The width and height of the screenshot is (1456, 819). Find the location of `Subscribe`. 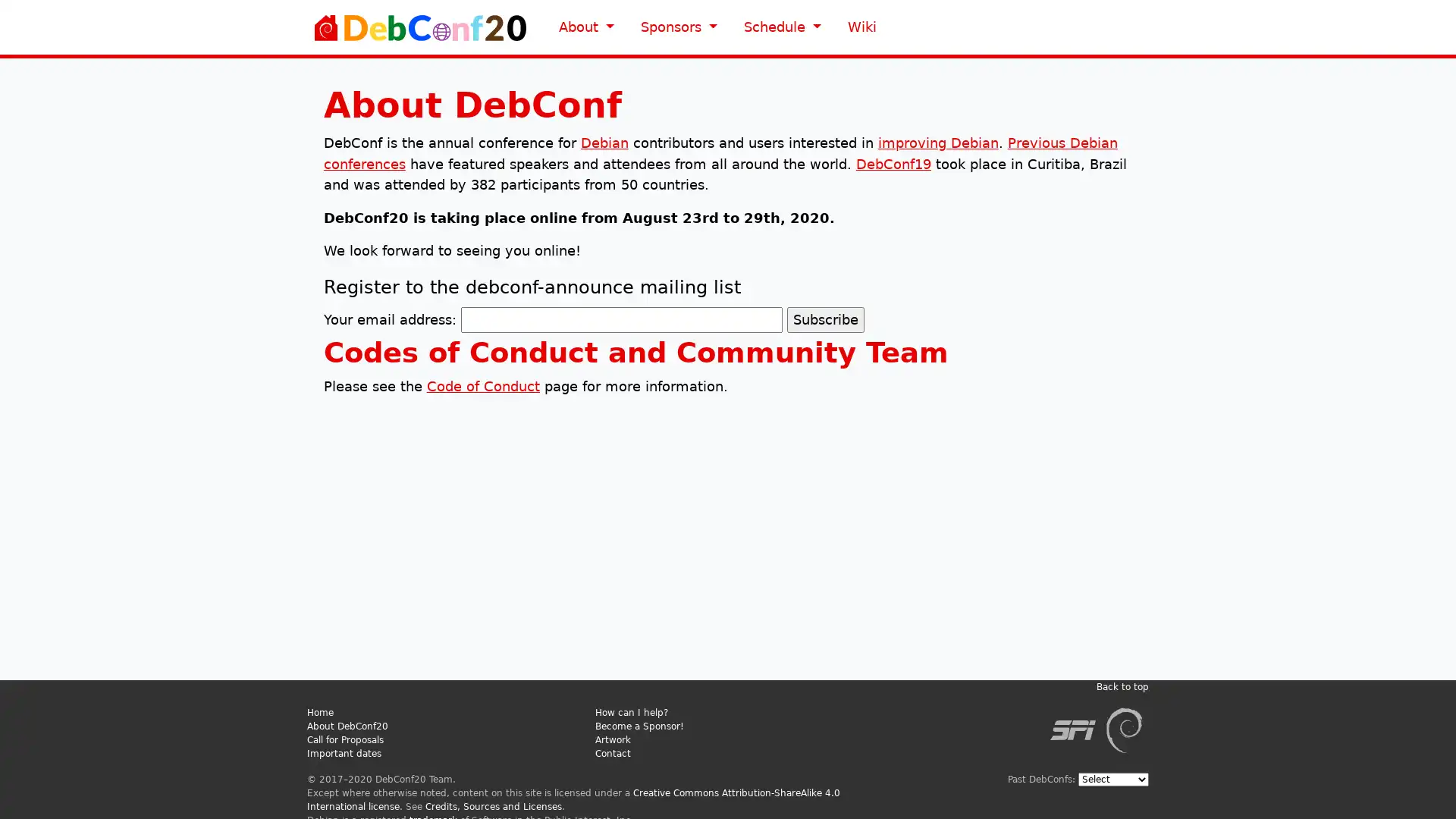

Subscribe is located at coordinates (824, 318).